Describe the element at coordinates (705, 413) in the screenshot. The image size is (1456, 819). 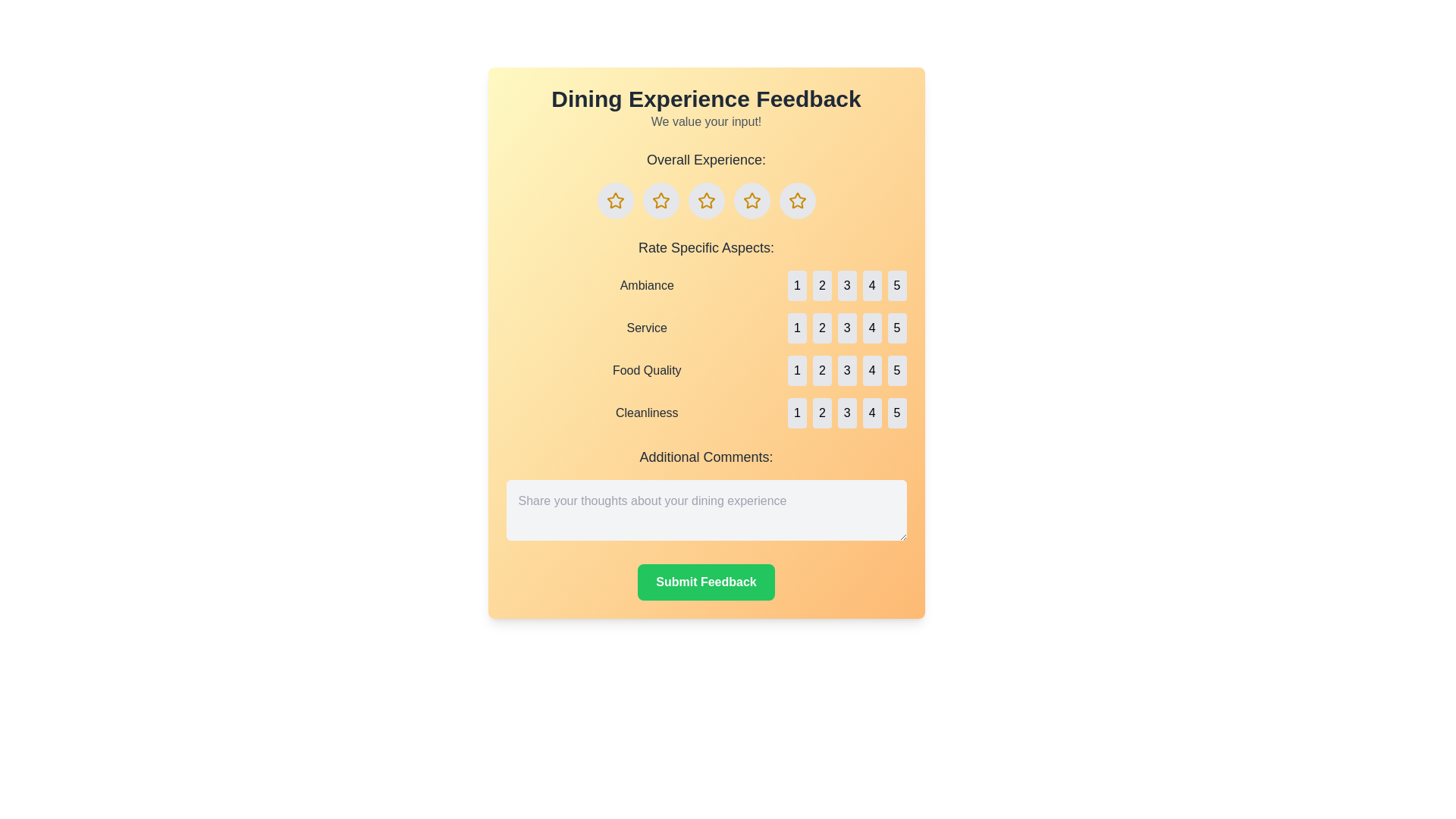
I see `the second button in the 'Cleanliness' rating scale, which is located in the fourth row of the list labeled 'Rate Specific Aspects:', to rate Cleanliness as 2` at that location.